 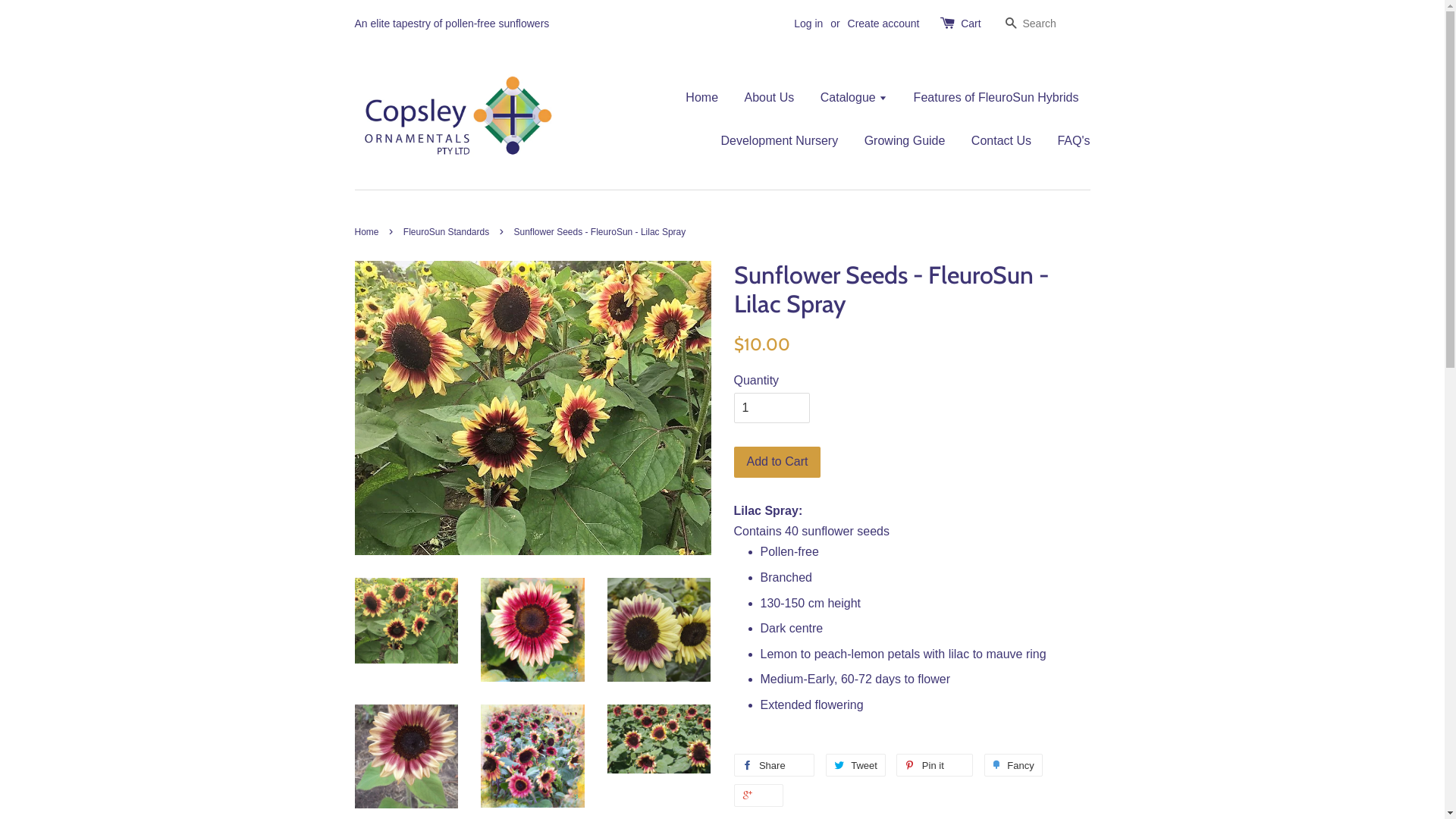 What do you see at coordinates (807, 23) in the screenshot?
I see `'Log in'` at bounding box center [807, 23].